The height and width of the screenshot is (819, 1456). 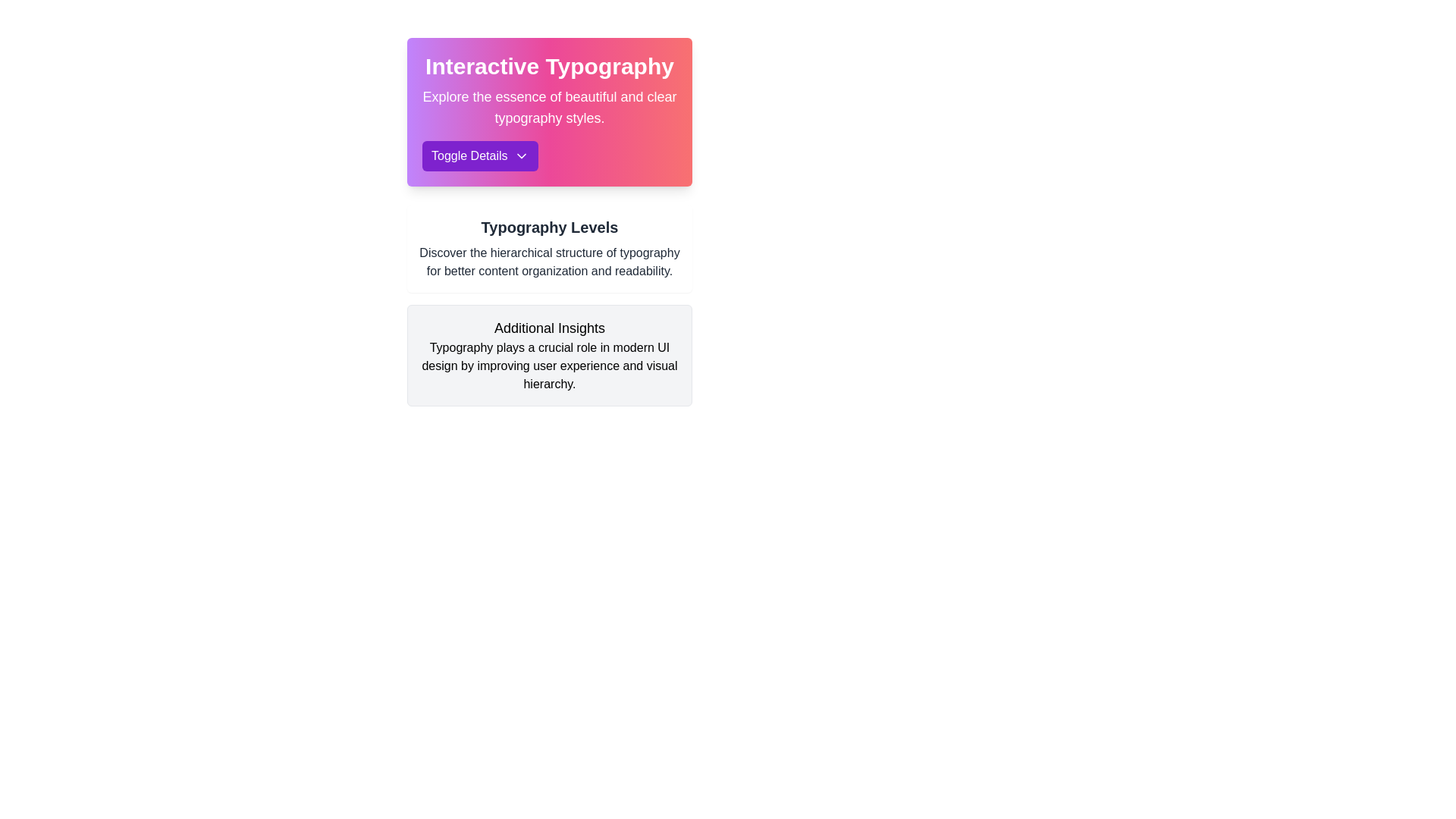 What do you see at coordinates (521, 155) in the screenshot?
I see `the downward-pointing chevron icon located to the right of the 'Toggle Details' text within the purple button` at bounding box center [521, 155].